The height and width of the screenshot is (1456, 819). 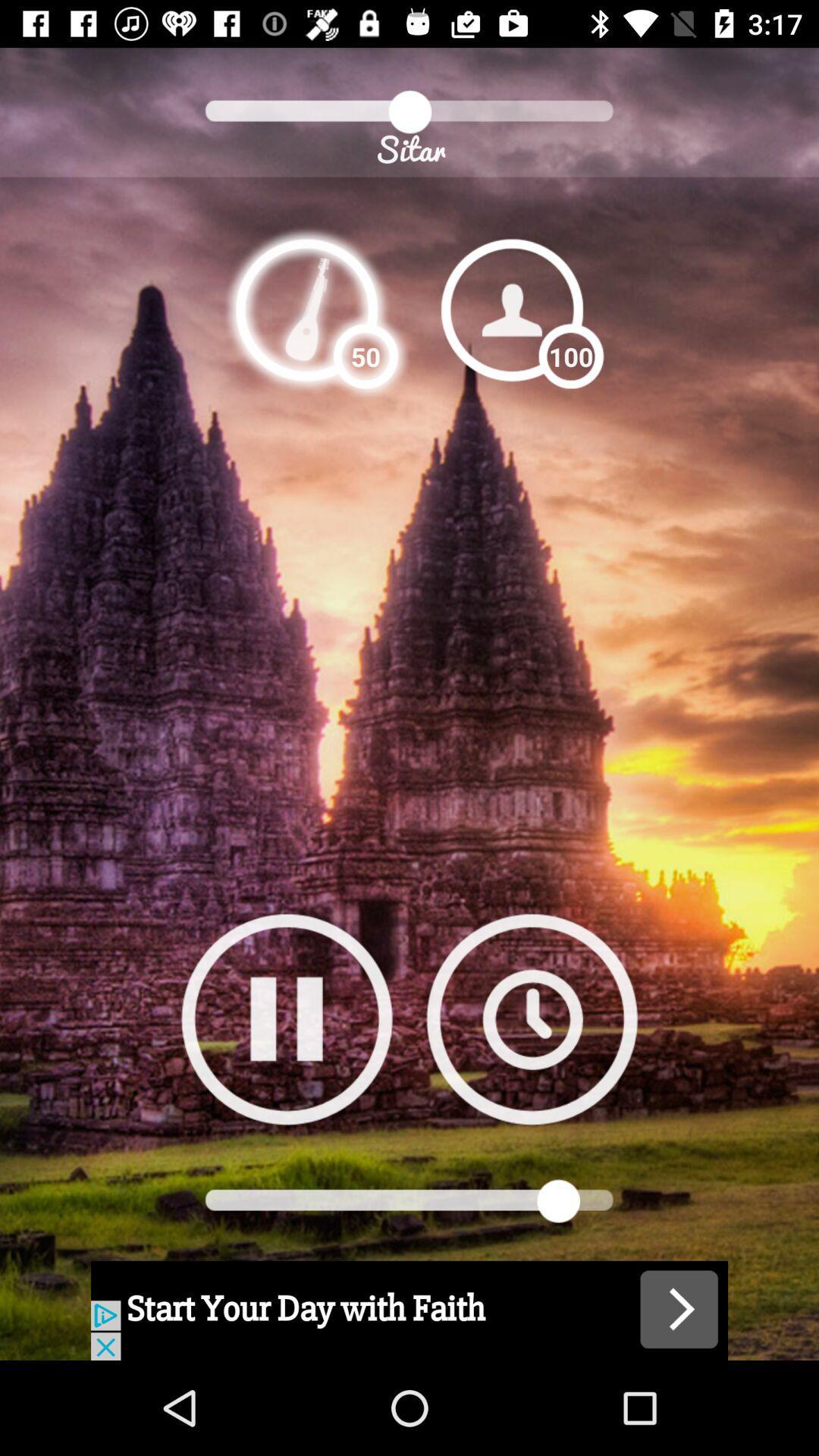 What do you see at coordinates (409, 1310) in the screenshot?
I see `advertisement` at bounding box center [409, 1310].